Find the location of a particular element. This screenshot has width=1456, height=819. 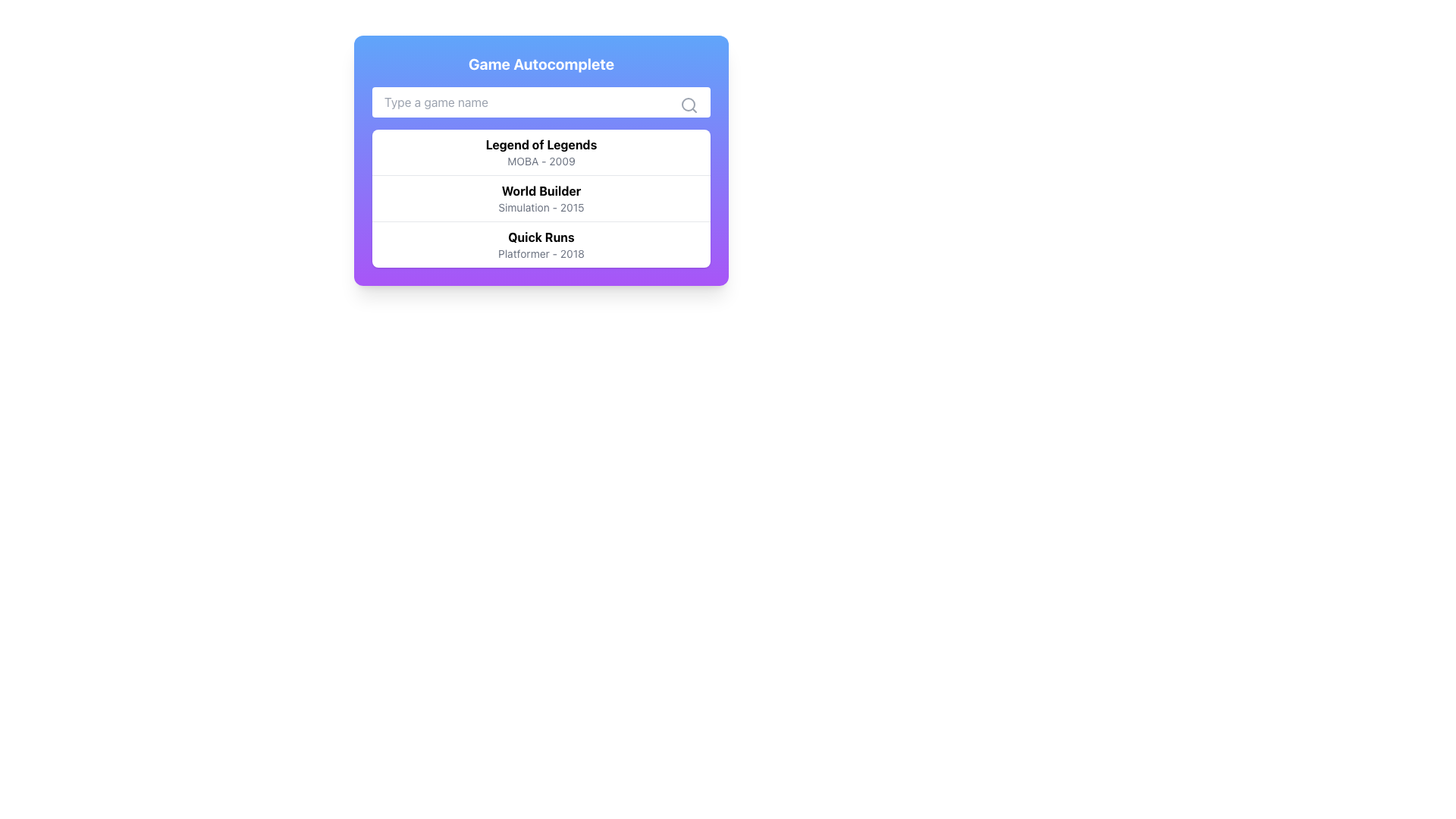

the text label that provides details about the game 'World Builder', specifically indicating its genre as 'Simulation' and release year '2015'. This label is located in the second row of a vertical list beneath the title 'World Builder' is located at coordinates (541, 207).